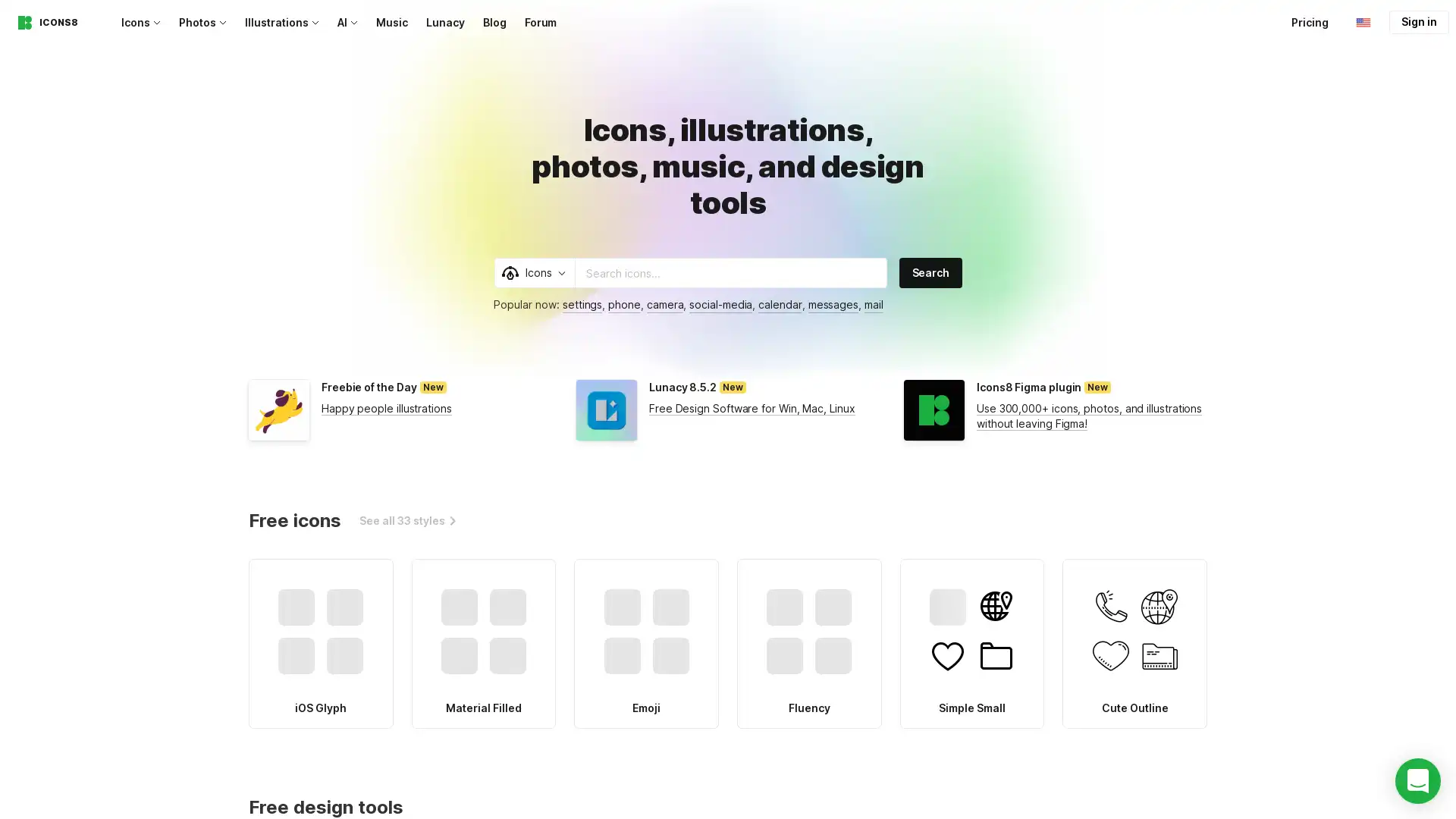 The height and width of the screenshot is (819, 1456). Describe the element at coordinates (1417, 780) in the screenshot. I see `Open chat with support` at that location.